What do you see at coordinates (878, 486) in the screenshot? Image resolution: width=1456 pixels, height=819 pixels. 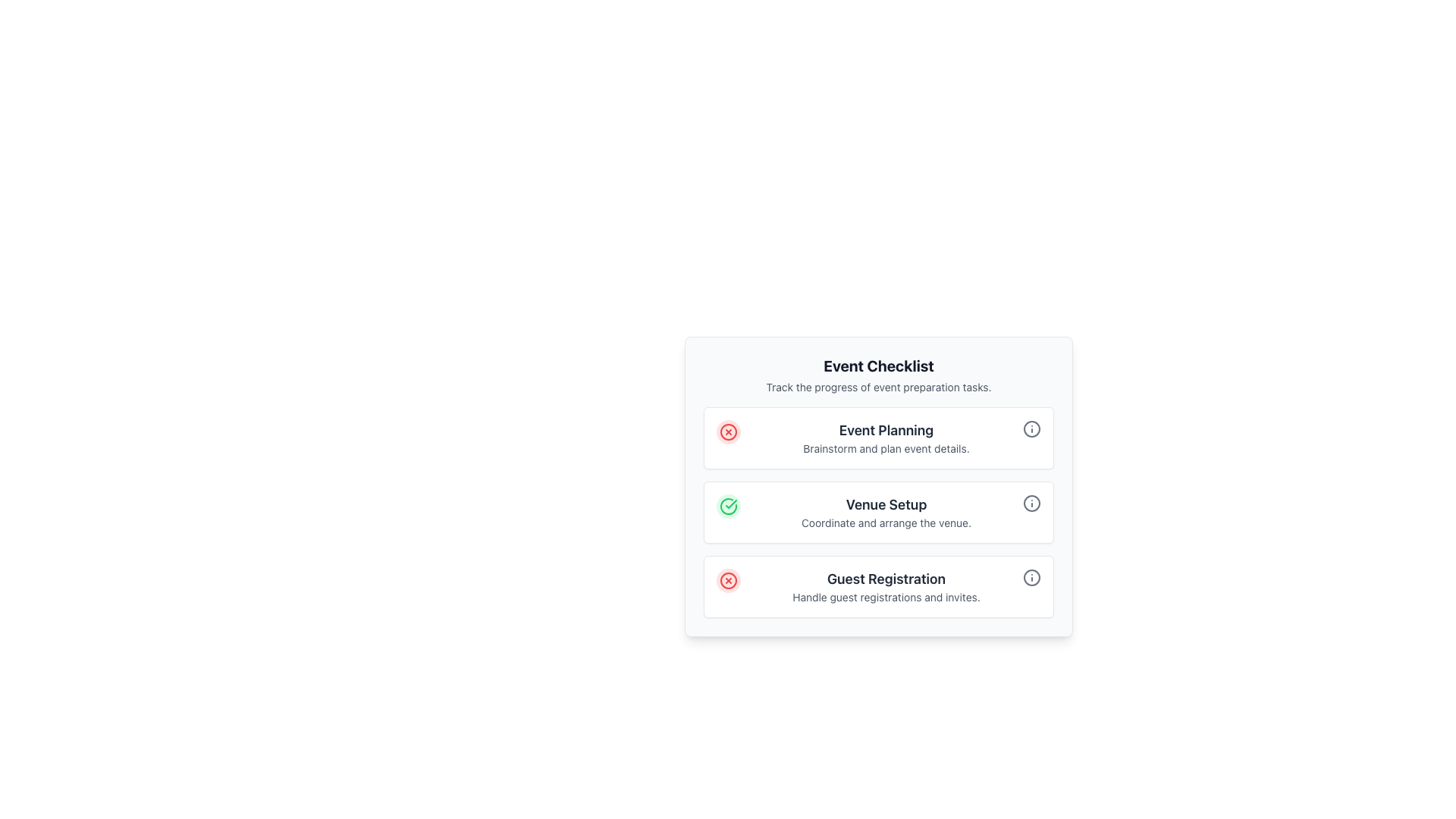 I see `the checklist card component that presents steps or tasks in an event preparation checklist` at bounding box center [878, 486].